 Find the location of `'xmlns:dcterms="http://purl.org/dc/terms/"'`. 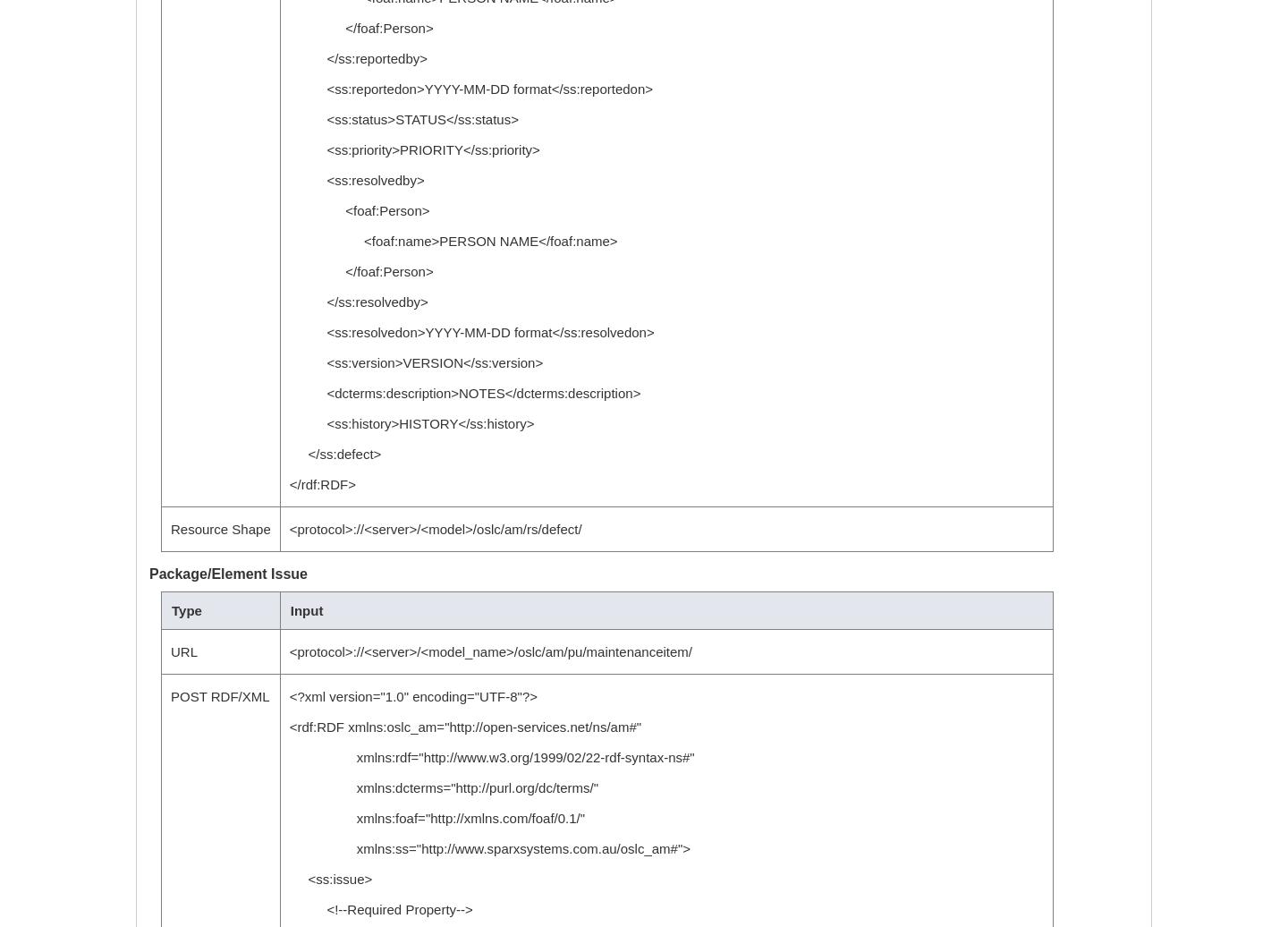

'xmlns:dcterms="http://purl.org/dc/terms/"' is located at coordinates (444, 787).